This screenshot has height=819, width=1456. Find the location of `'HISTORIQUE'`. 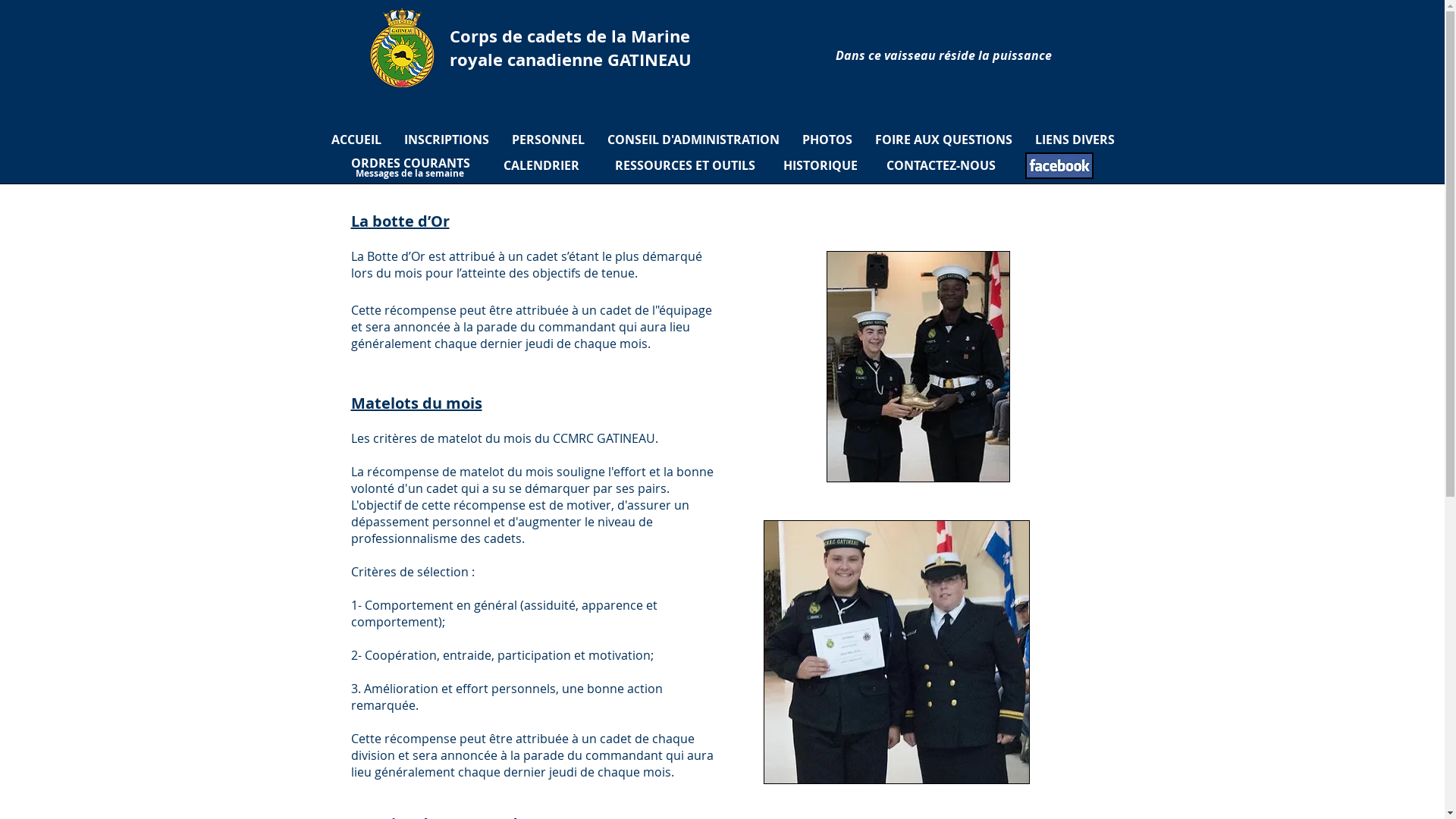

'HISTORIQUE' is located at coordinates (818, 165).